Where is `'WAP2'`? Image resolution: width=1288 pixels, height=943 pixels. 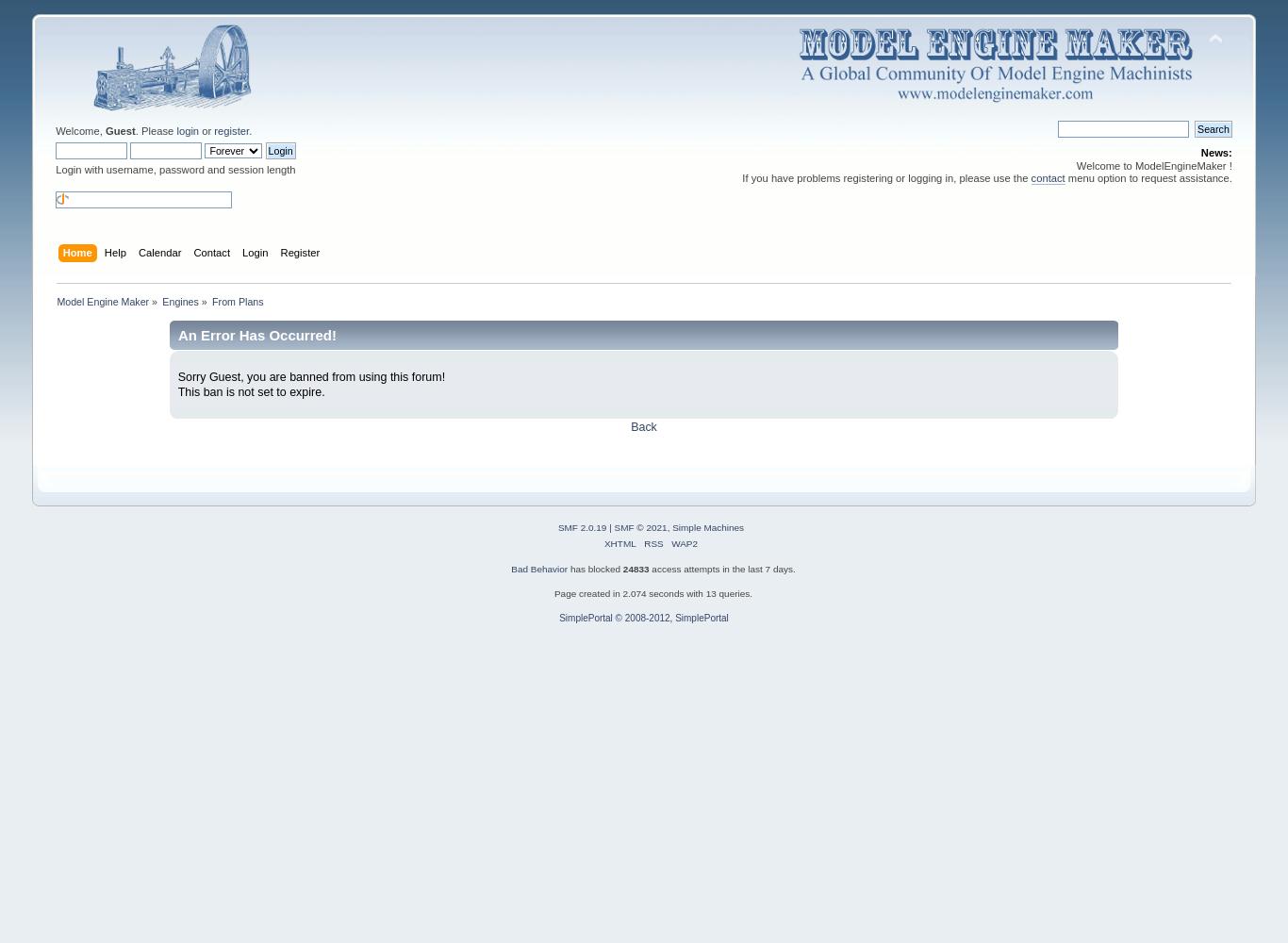 'WAP2' is located at coordinates (685, 542).